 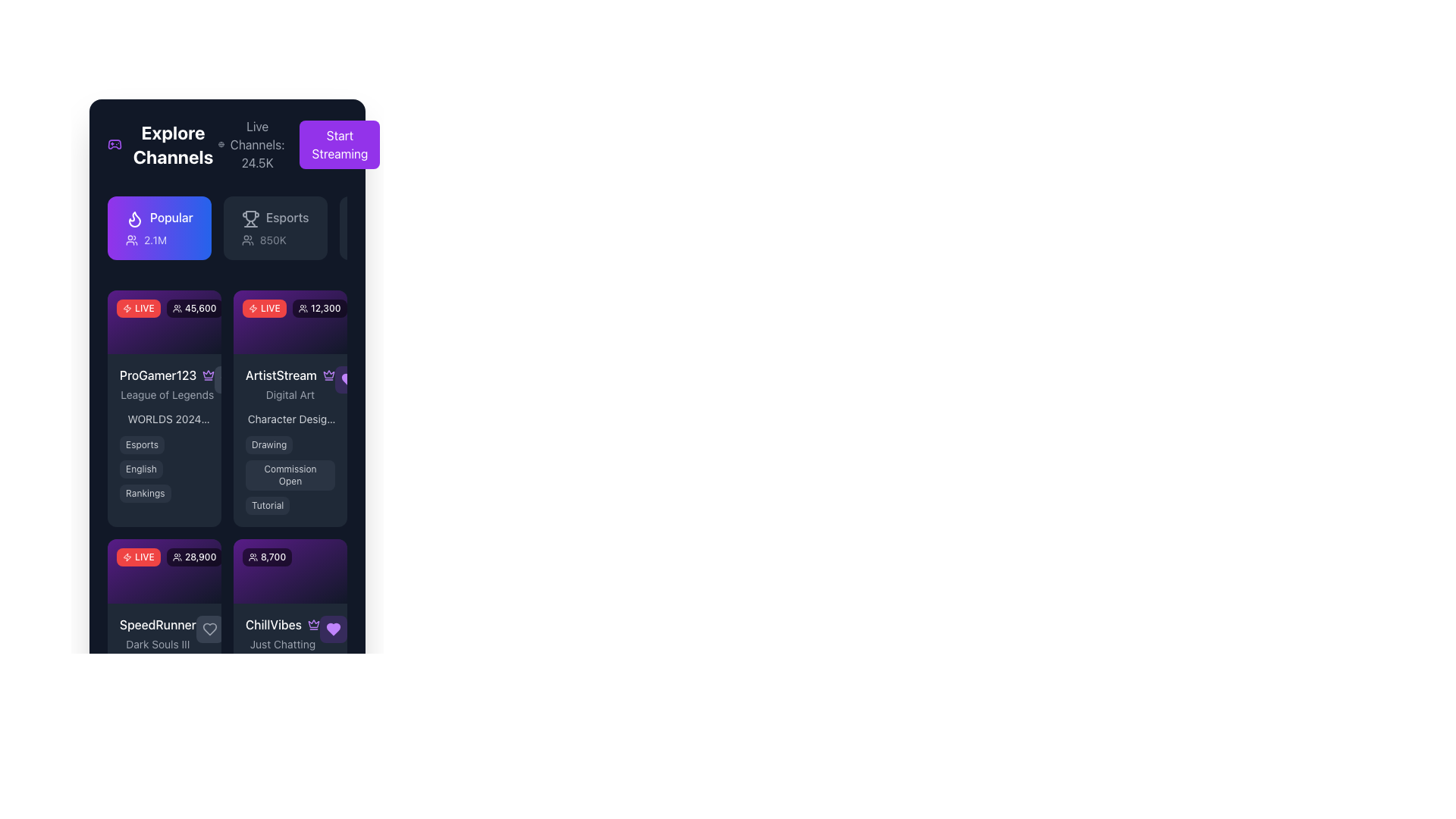 I want to click on the live streaming channel card that provides information about the channel title, content description, streaming category, live viewer counts, and associated tags, located in the second column from the left in the first row of the grid layout under the 'Explore Channels' section, so click(x=290, y=408).